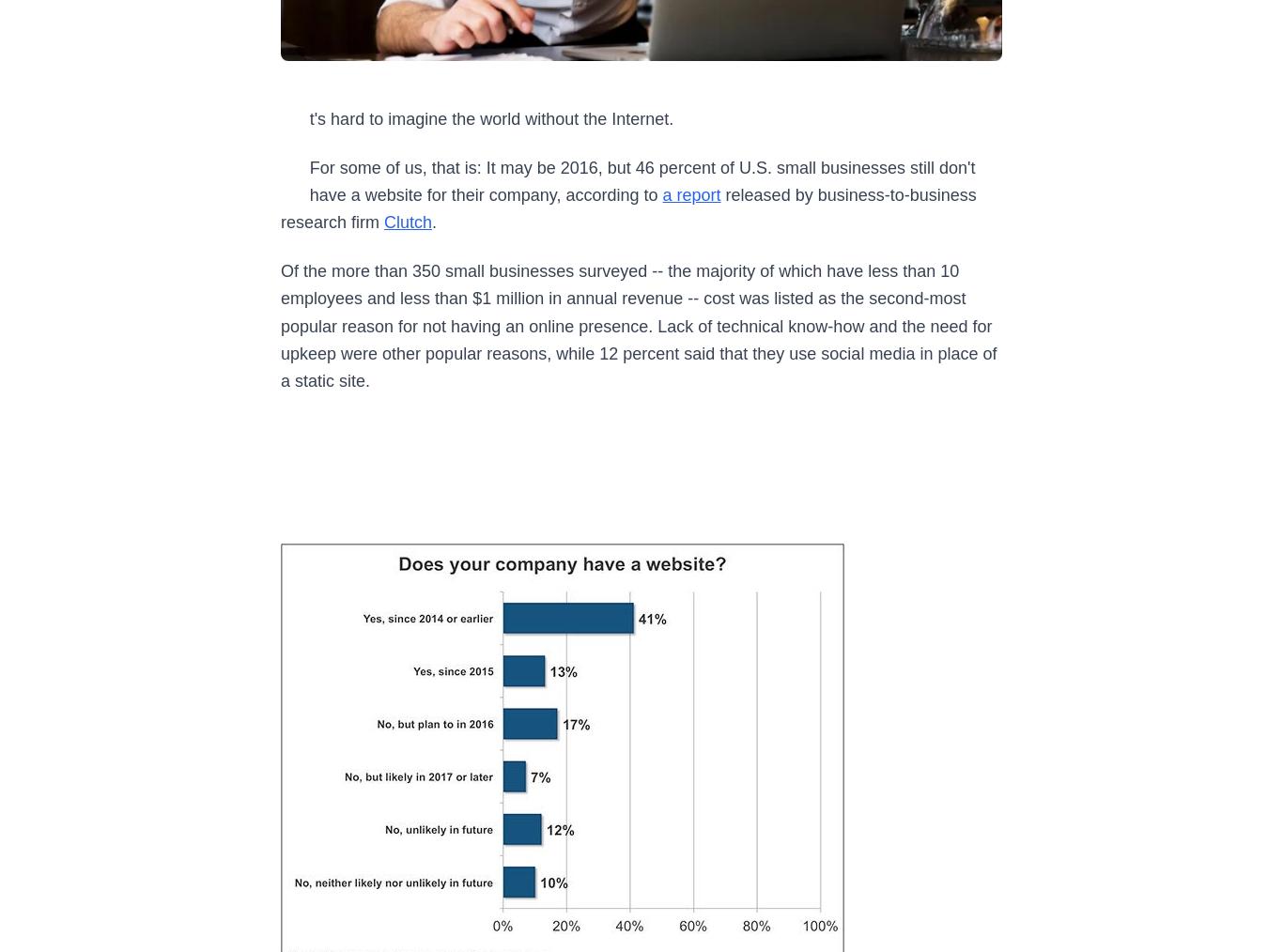  What do you see at coordinates (374, 825) in the screenshot?
I see `'We'll be in your inbox every morning Monday-Saturday with all the day’s top business news, inspiring stories, best advice and exclusive reporting from Entrepreneur.'` at bounding box center [374, 825].